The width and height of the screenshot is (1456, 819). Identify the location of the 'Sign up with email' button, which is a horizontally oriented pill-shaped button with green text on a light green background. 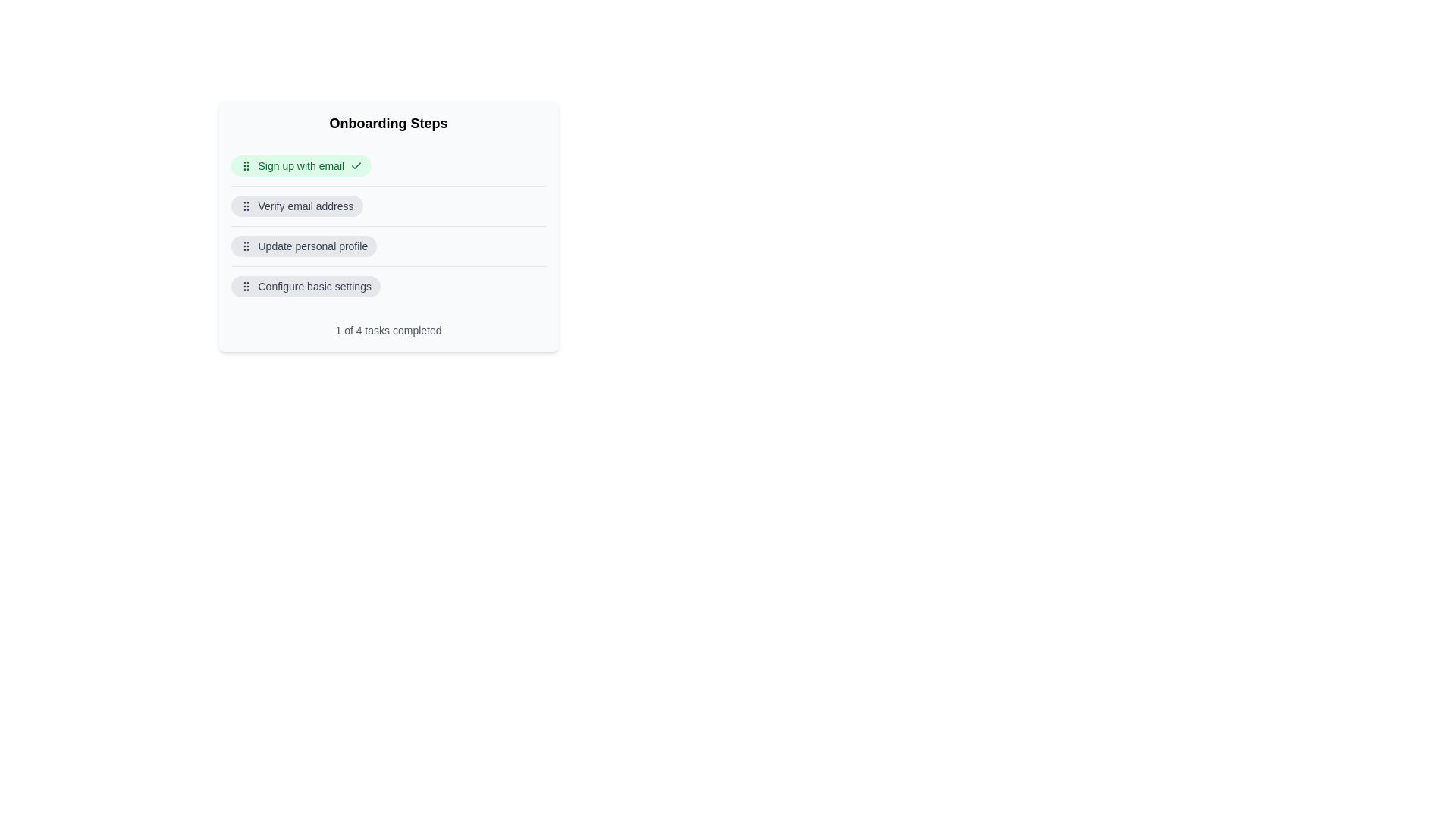
(301, 166).